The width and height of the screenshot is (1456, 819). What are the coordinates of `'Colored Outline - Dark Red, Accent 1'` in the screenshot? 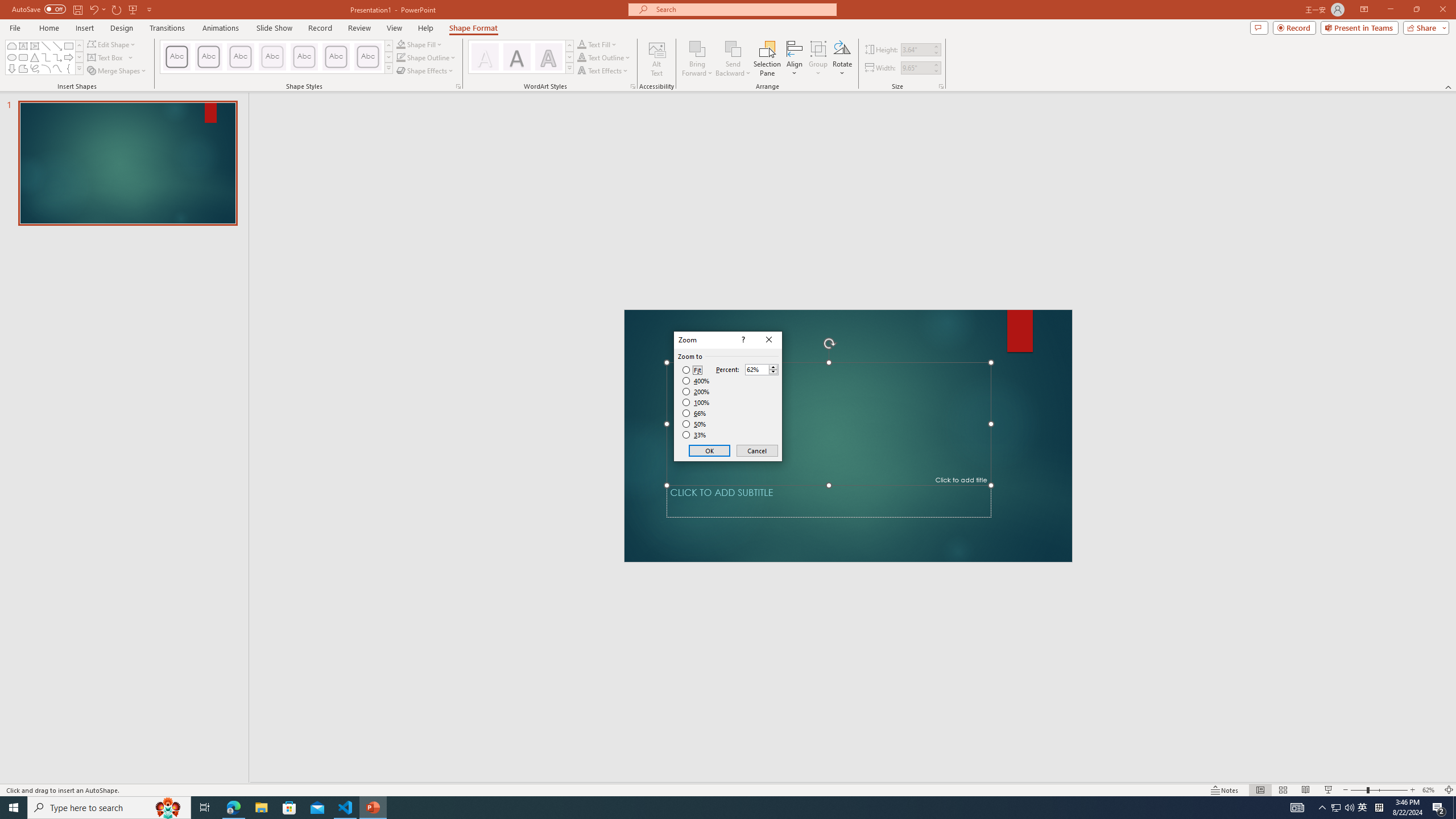 It's located at (208, 56).